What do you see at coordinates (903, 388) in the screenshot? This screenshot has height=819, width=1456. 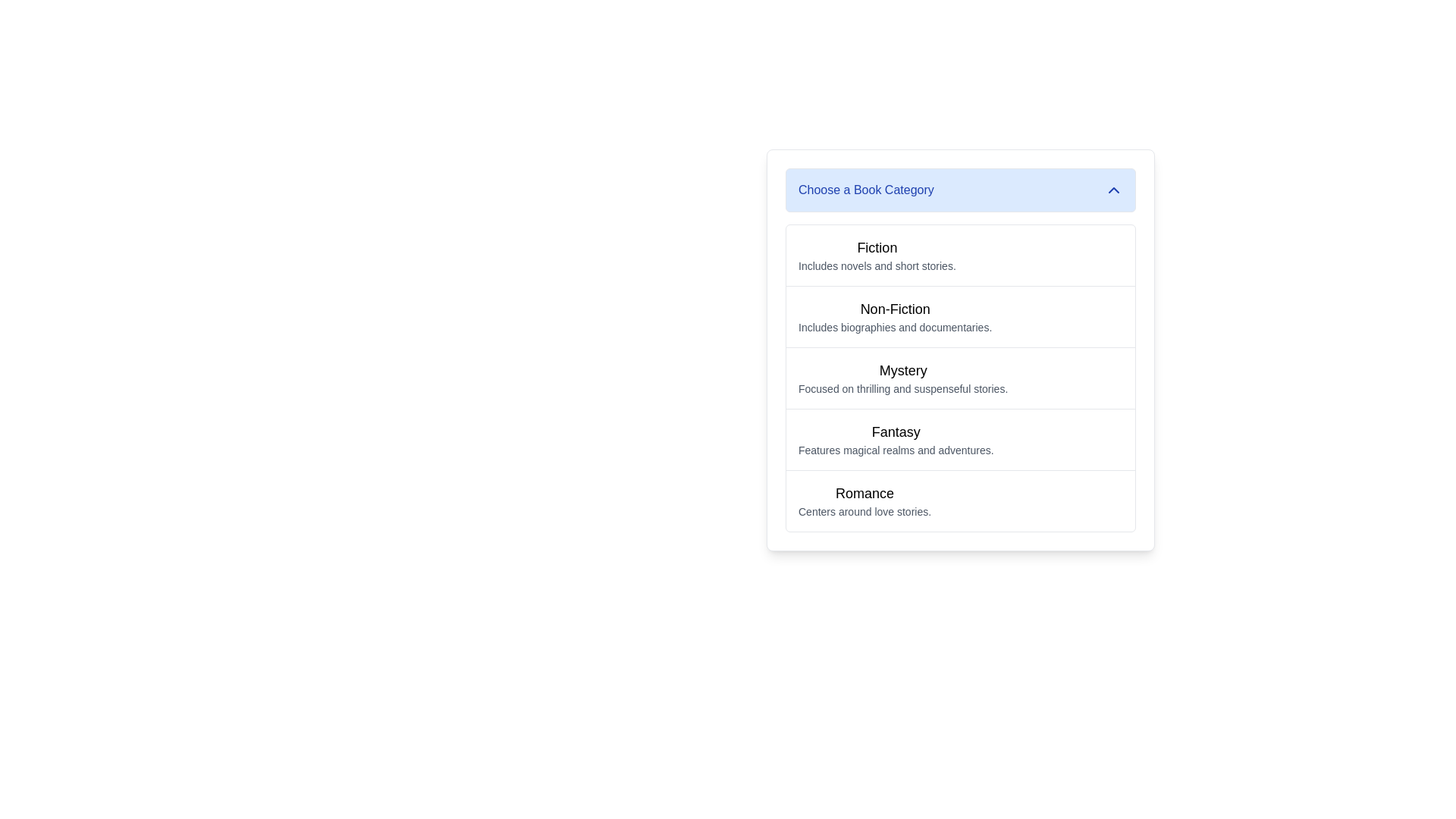 I see `text block containing 'Focused on thrilling and suspenseful stories.' located below the 'Mystery' heading in the 'Choose a Book Category' list` at bounding box center [903, 388].